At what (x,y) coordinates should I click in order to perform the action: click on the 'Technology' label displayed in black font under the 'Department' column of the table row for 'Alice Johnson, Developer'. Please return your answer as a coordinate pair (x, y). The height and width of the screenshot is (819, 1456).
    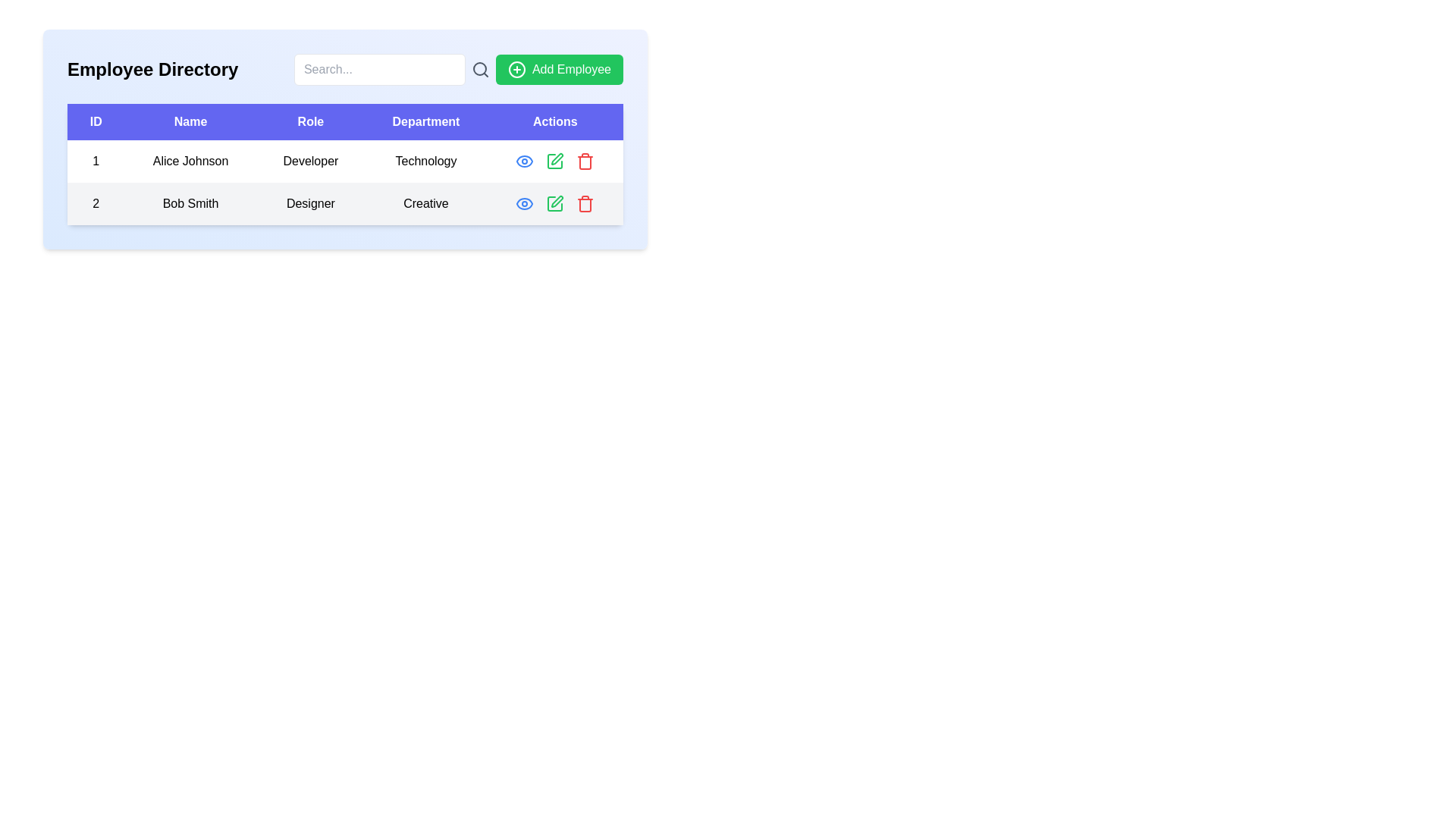
    Looking at the image, I should click on (425, 161).